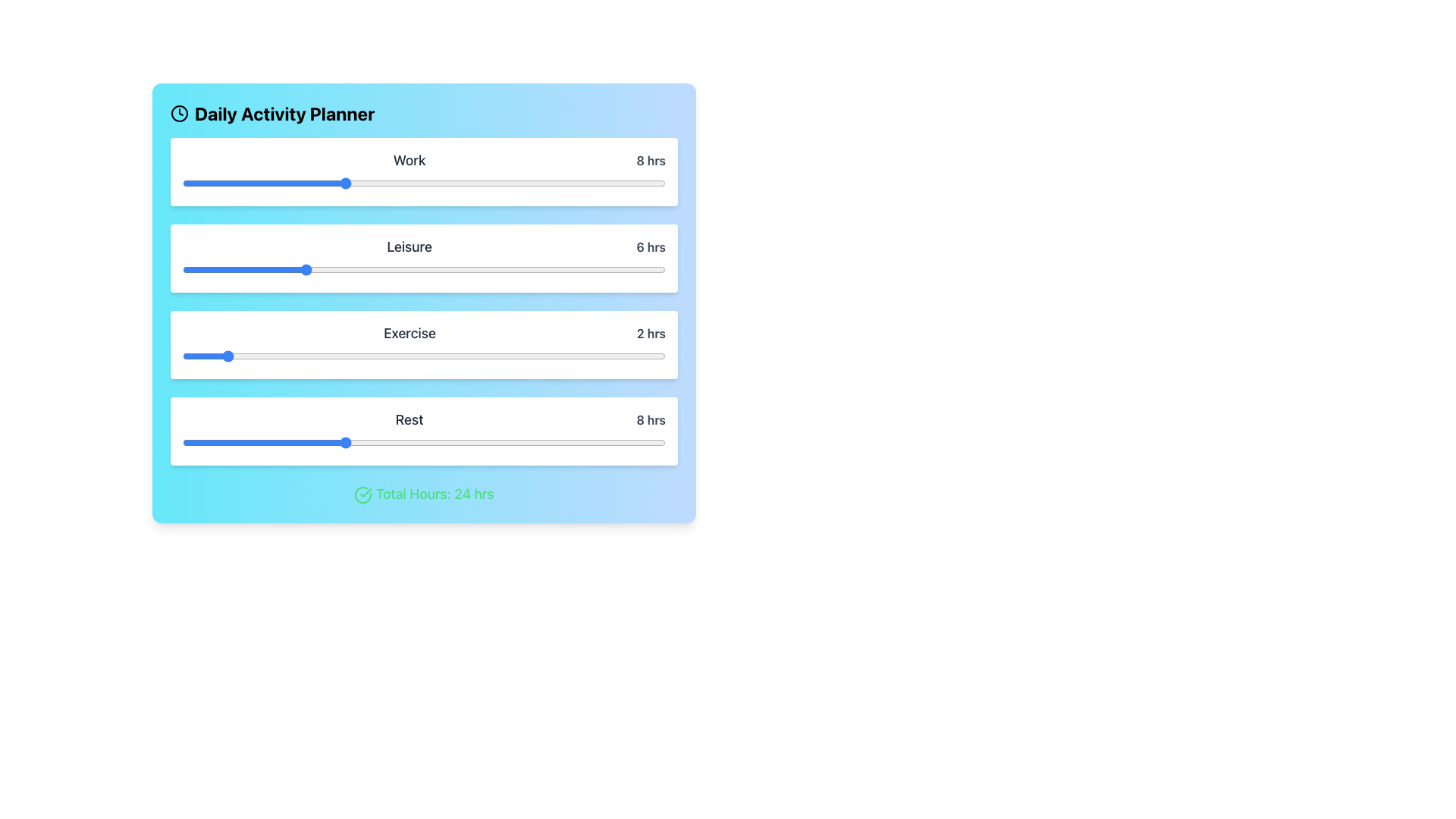 This screenshot has width=1456, height=819. What do you see at coordinates (424, 332) in the screenshot?
I see `the Text Display element that represents the third activity slot in the 'Daily Activity Planner' panel` at bounding box center [424, 332].